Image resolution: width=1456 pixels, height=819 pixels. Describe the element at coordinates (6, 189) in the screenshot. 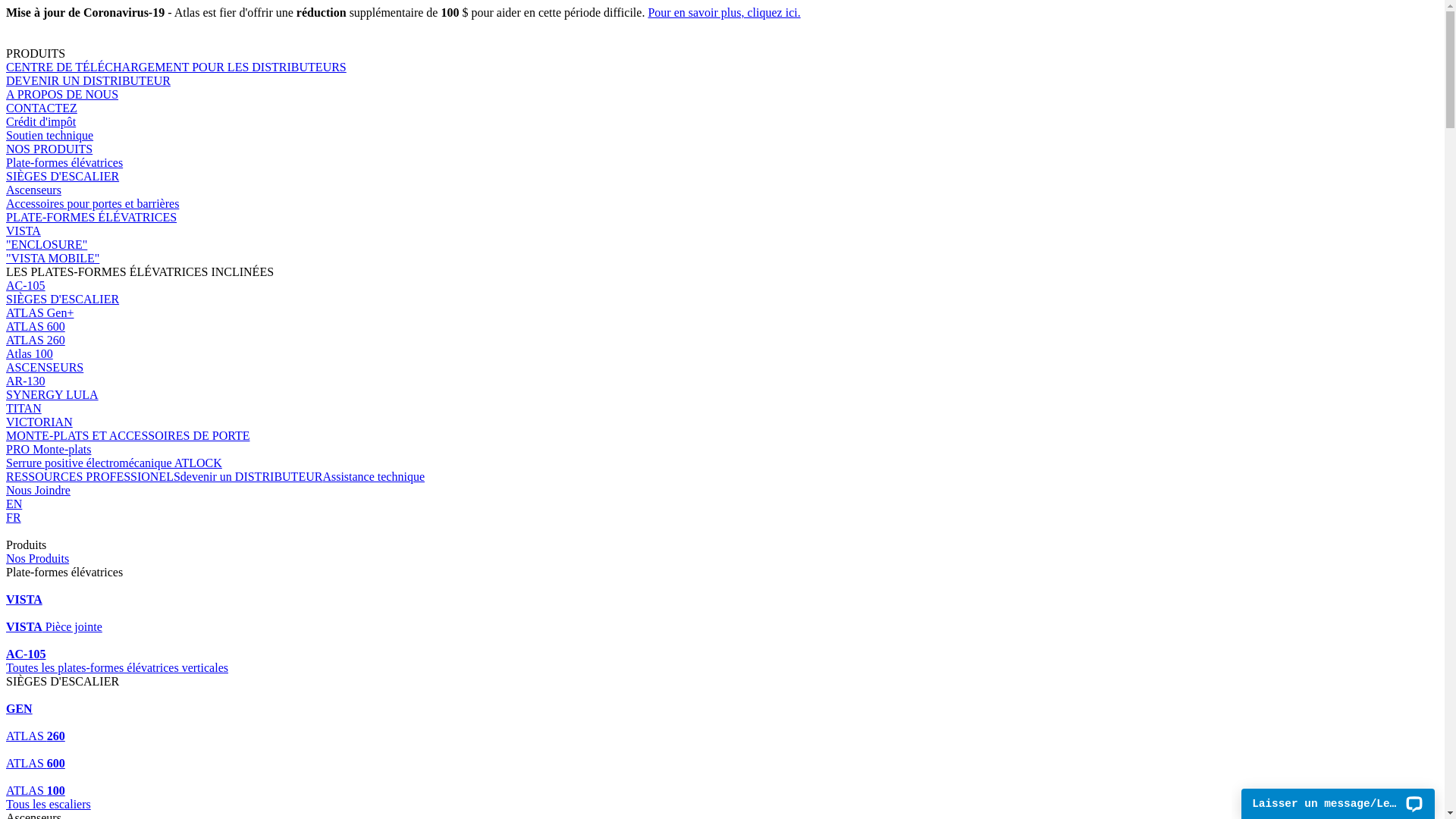

I see `'Ascenseurs'` at that location.